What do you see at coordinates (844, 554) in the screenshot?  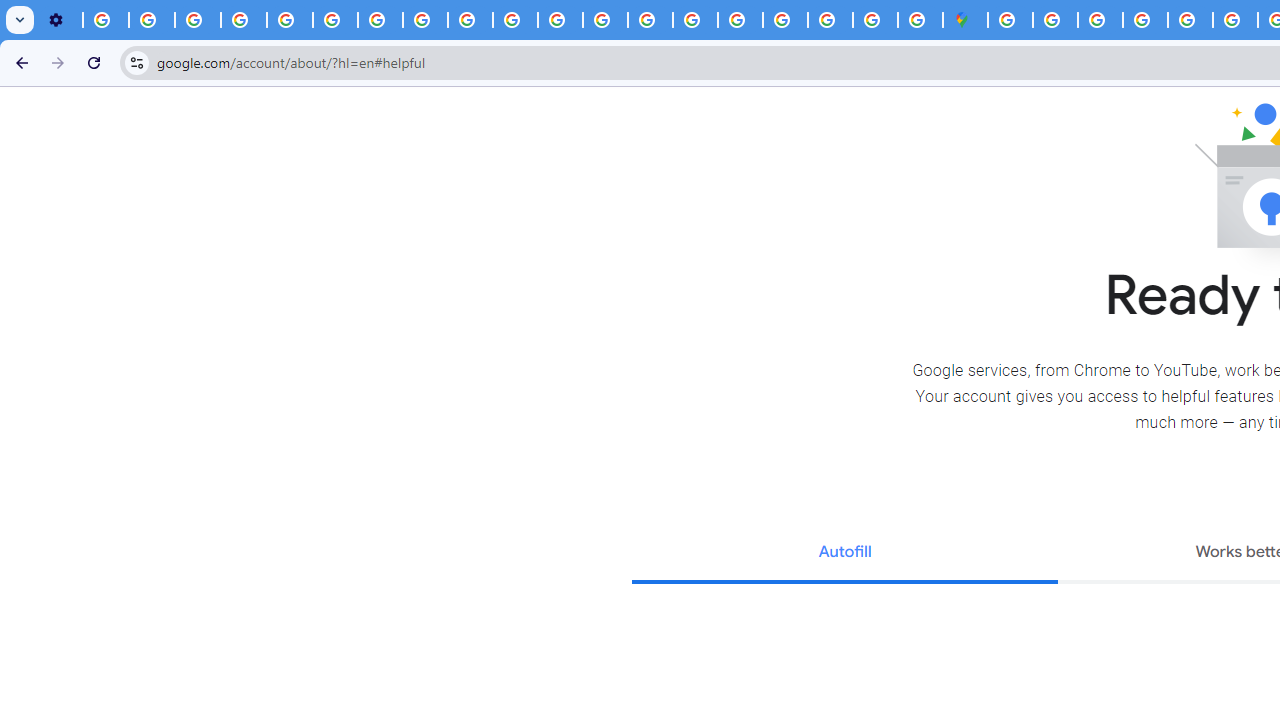 I see `'Autofill'` at bounding box center [844, 554].